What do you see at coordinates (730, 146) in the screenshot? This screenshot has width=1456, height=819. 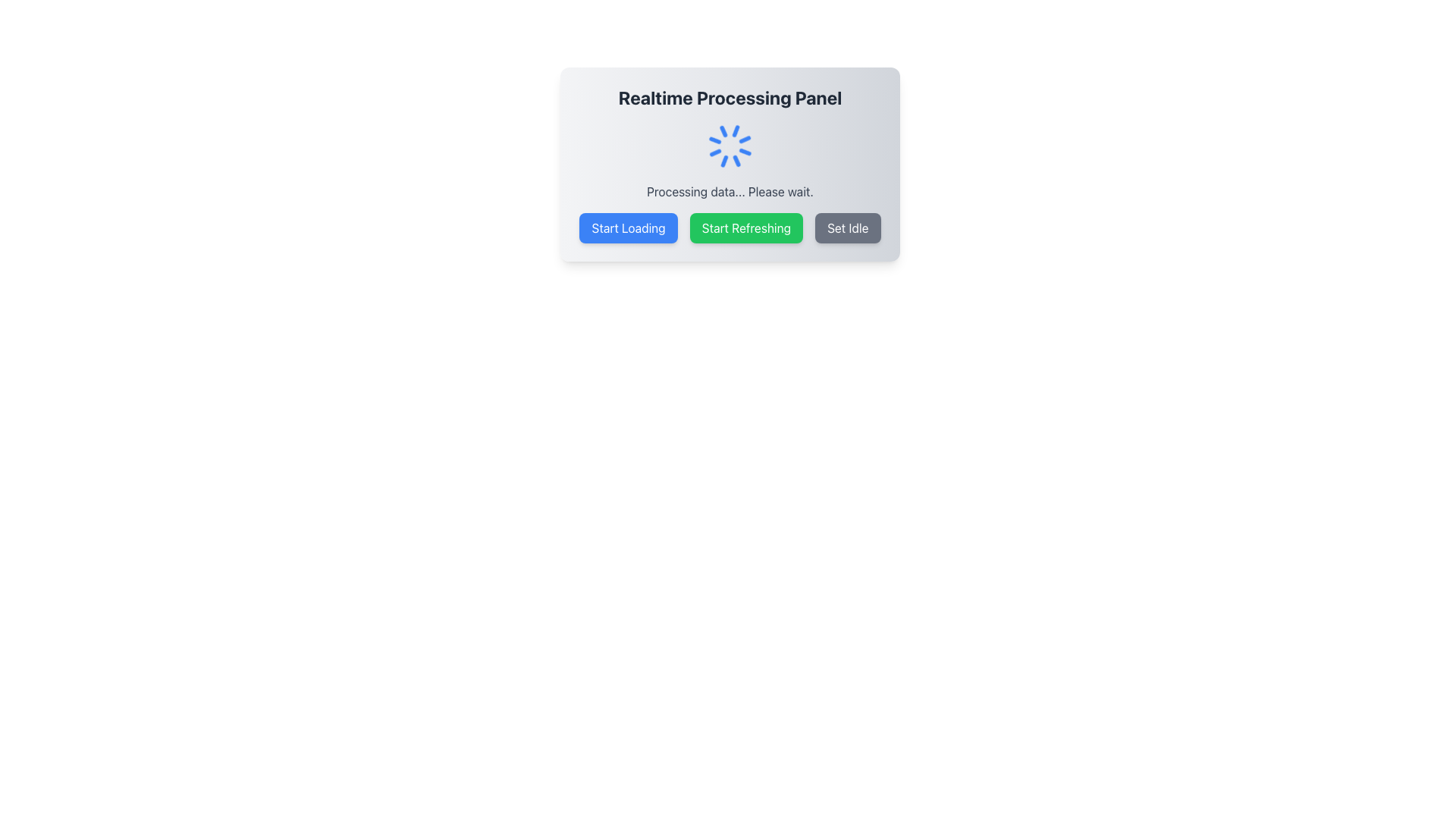 I see `the Loading Spinner located centrally below the 'Realtime Processing Panel' and above 'Processing data... Please wait.'` at bounding box center [730, 146].